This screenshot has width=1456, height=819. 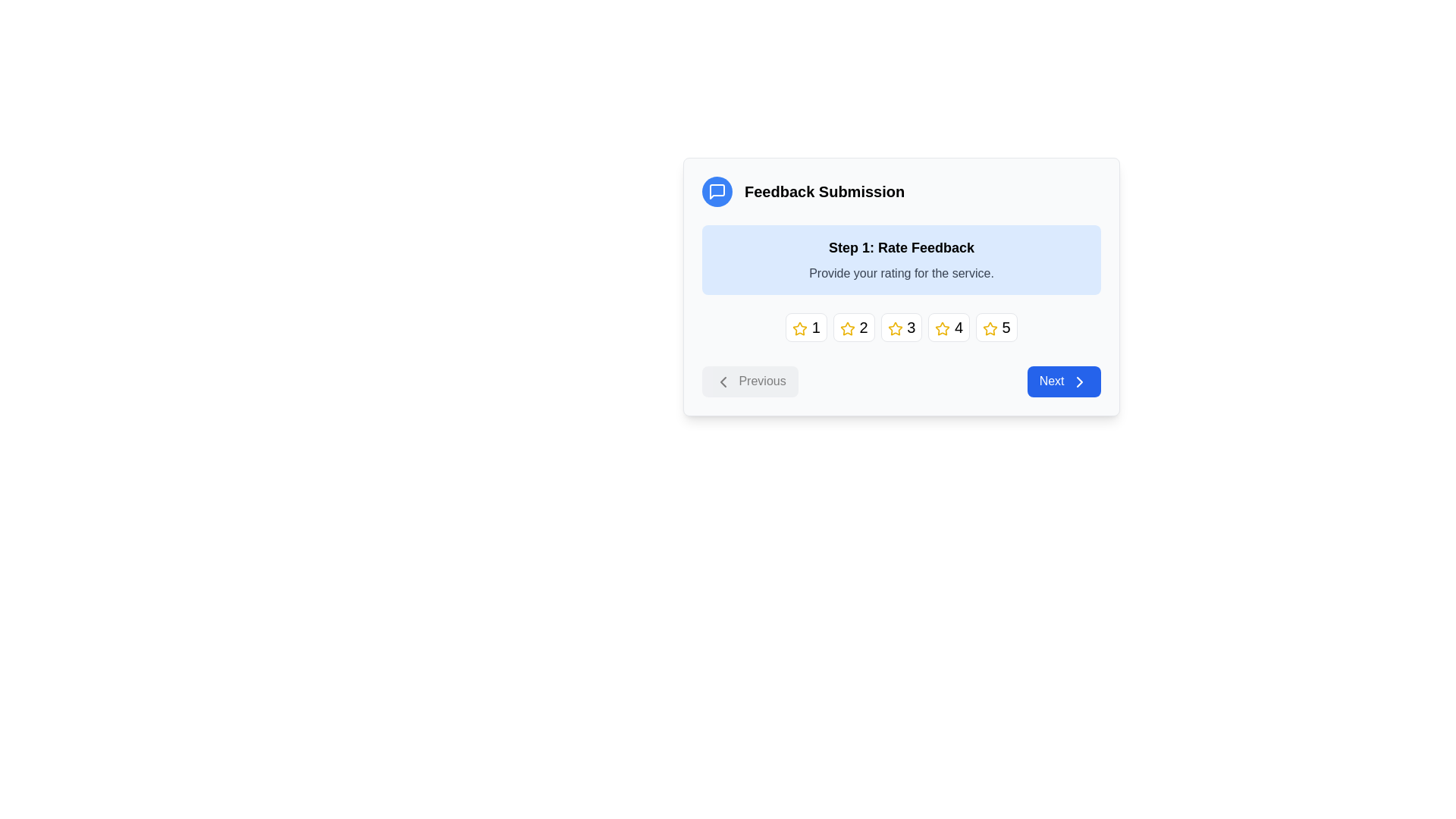 I want to click on the rightward-pointing chevron arrow icon with a blue background and white stroke, part of the 'Next' button in the feedback submission form, so click(x=1079, y=380).